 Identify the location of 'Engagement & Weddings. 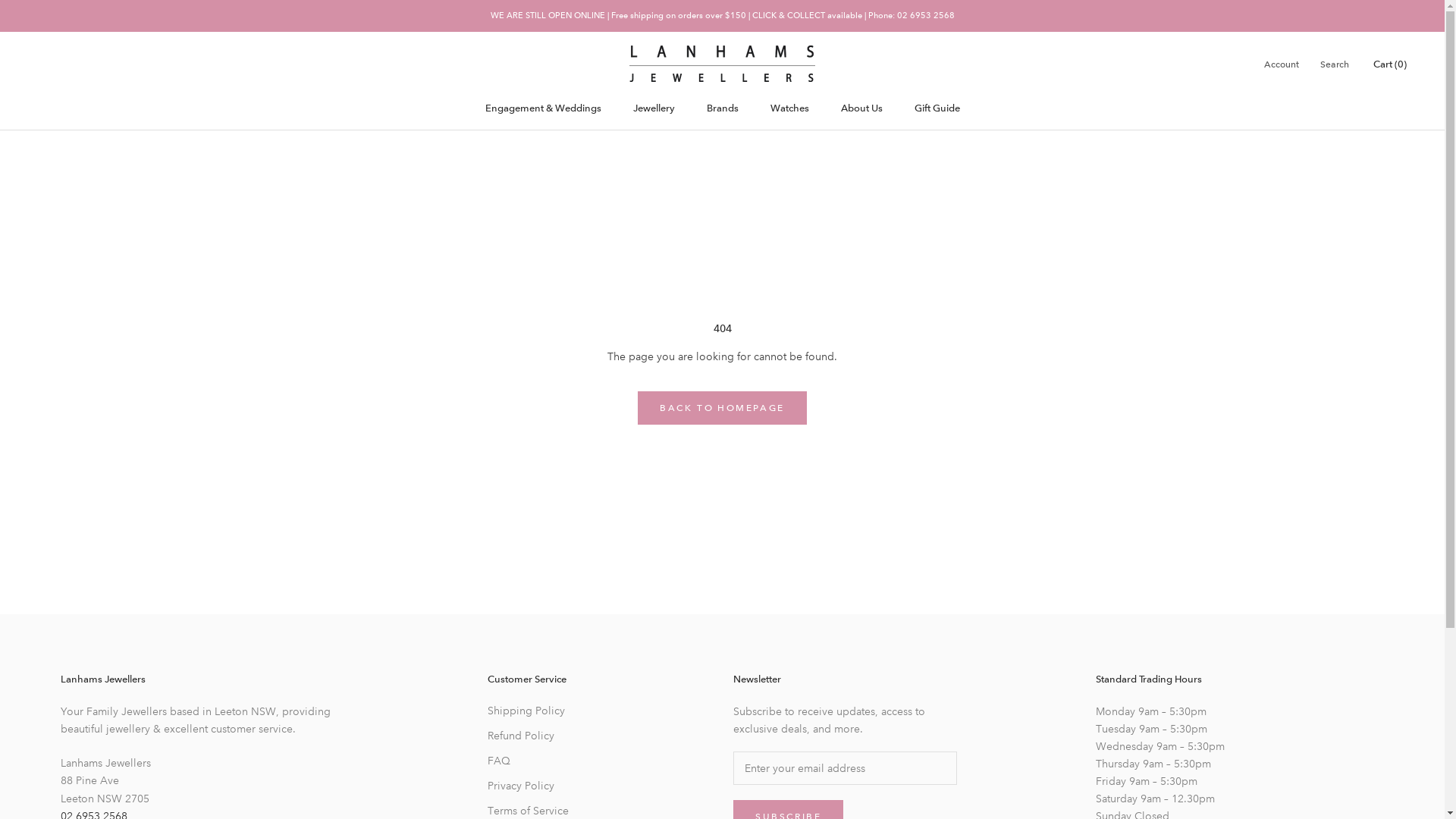
(543, 107).